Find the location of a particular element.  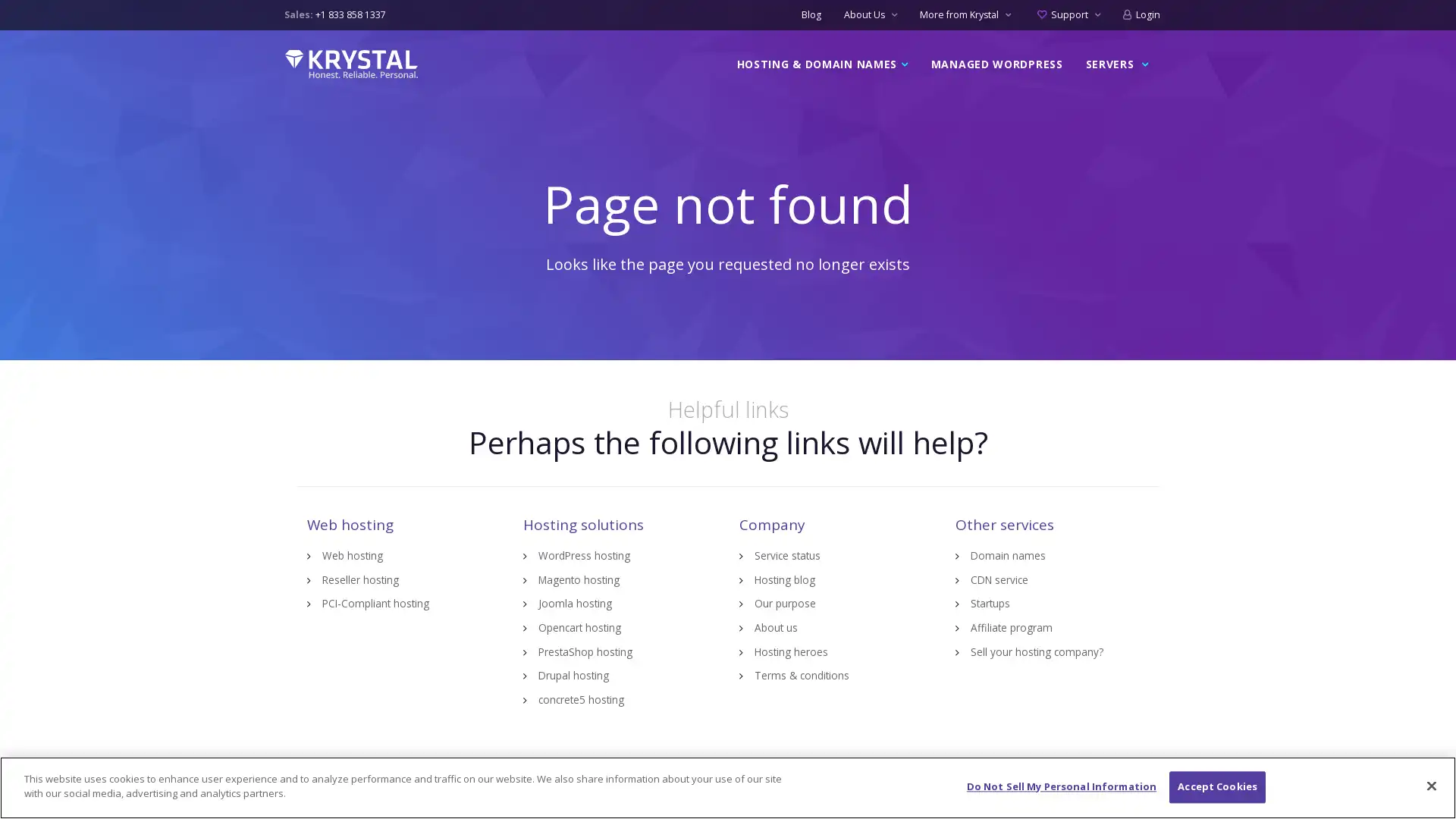

Accept Cookies is located at coordinates (1217, 786).